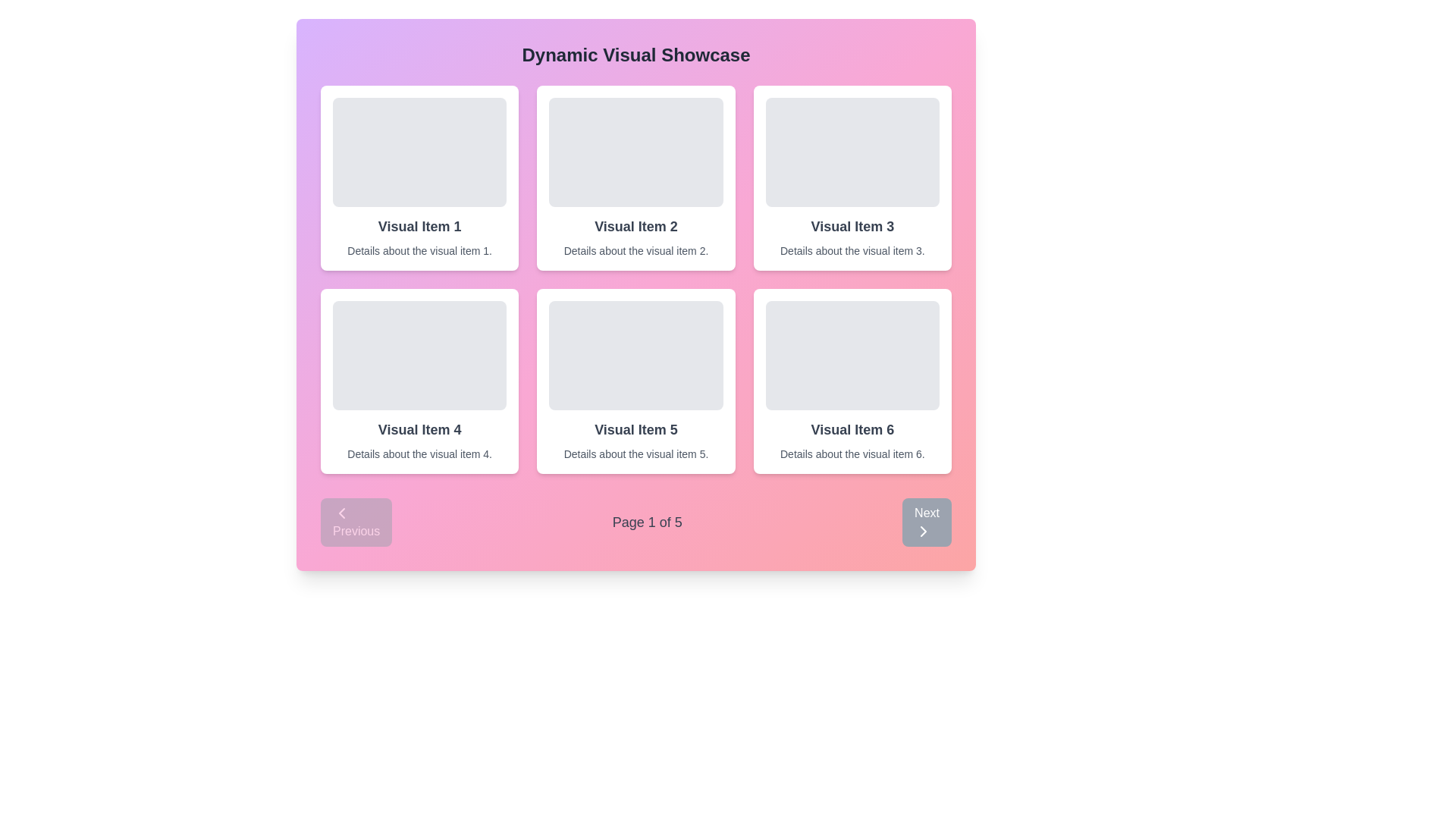 The image size is (1456, 819). What do you see at coordinates (419, 380) in the screenshot?
I see `the content item card element titled 'Visual Item 4' located in the first column of the second row of the 'Dynamic Visual Showcase' section` at bounding box center [419, 380].